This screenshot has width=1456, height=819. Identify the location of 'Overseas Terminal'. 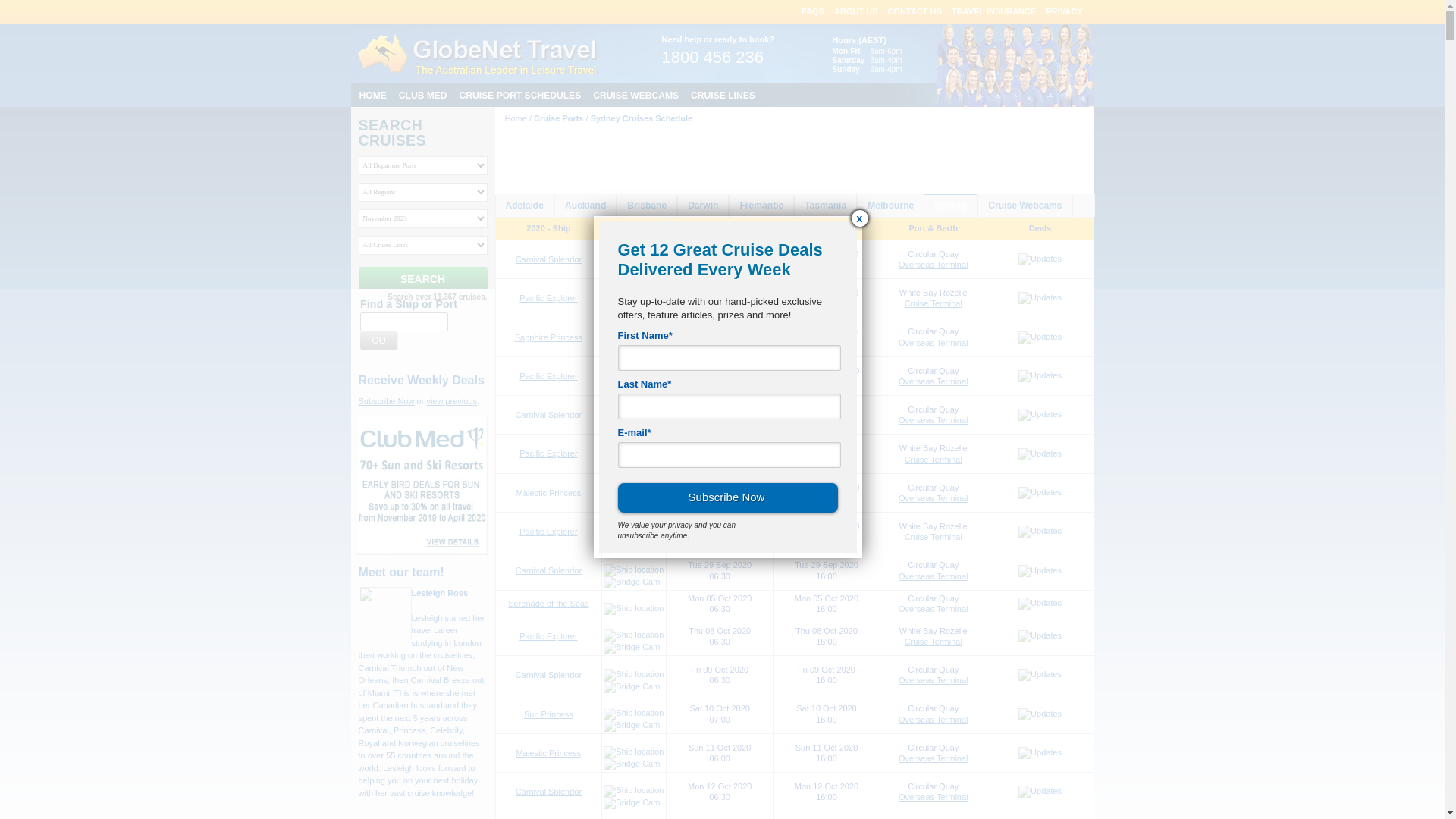
(932, 679).